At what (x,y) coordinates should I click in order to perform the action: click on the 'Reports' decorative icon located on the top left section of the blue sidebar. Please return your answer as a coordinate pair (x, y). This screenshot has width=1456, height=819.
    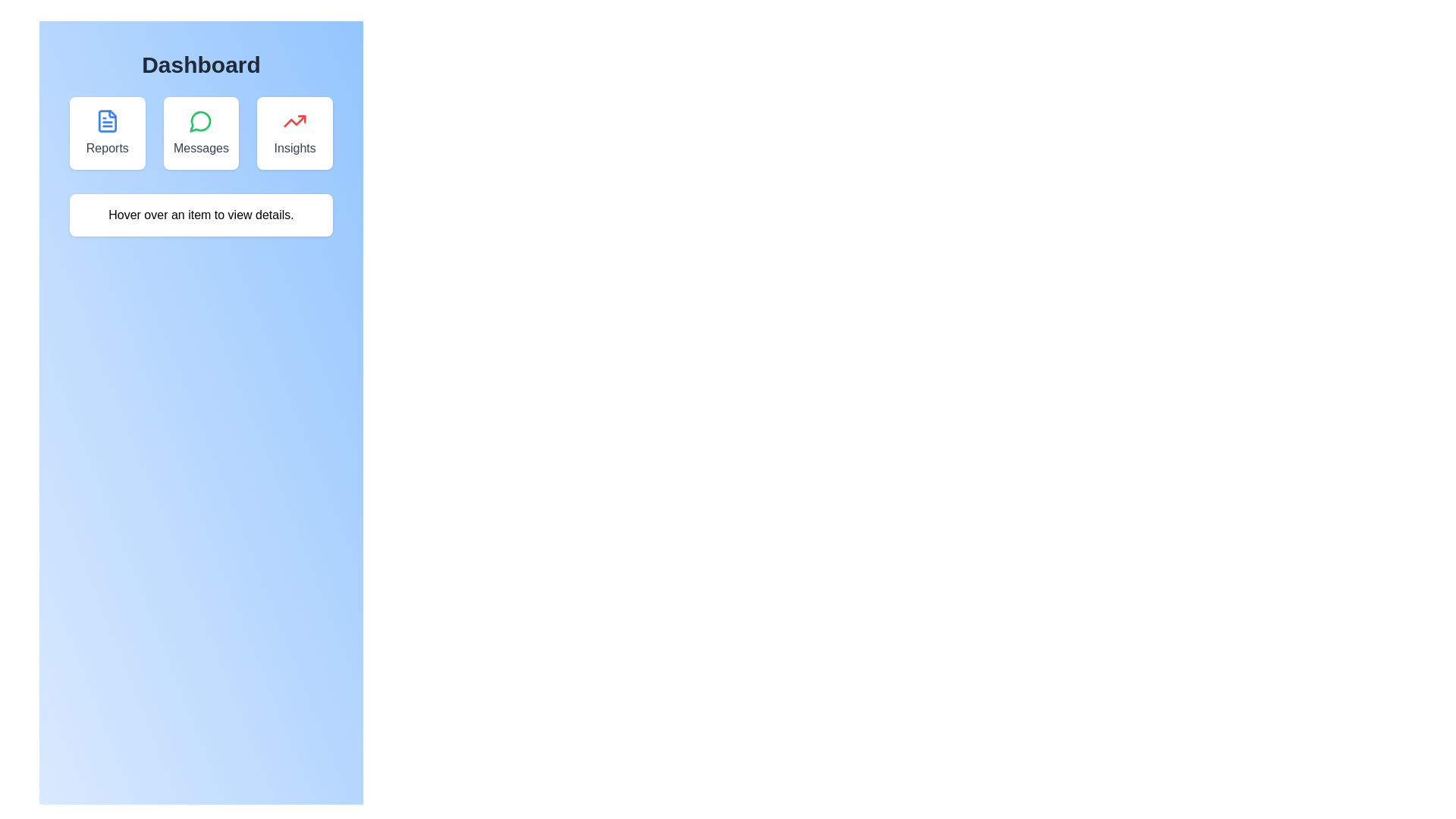
    Looking at the image, I should click on (106, 120).